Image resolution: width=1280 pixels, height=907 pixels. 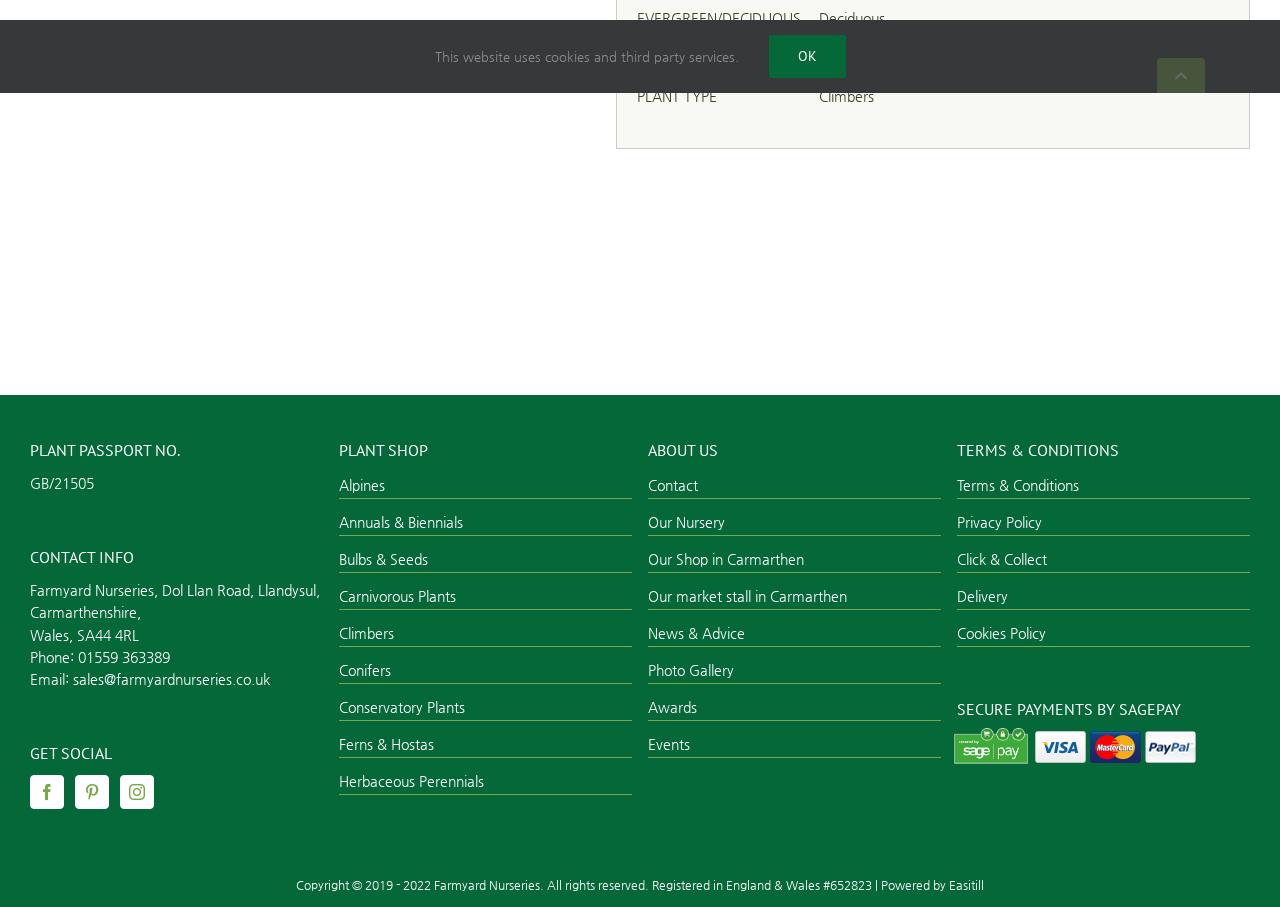 I want to click on 'Ferns & Hostas', so click(x=338, y=743).